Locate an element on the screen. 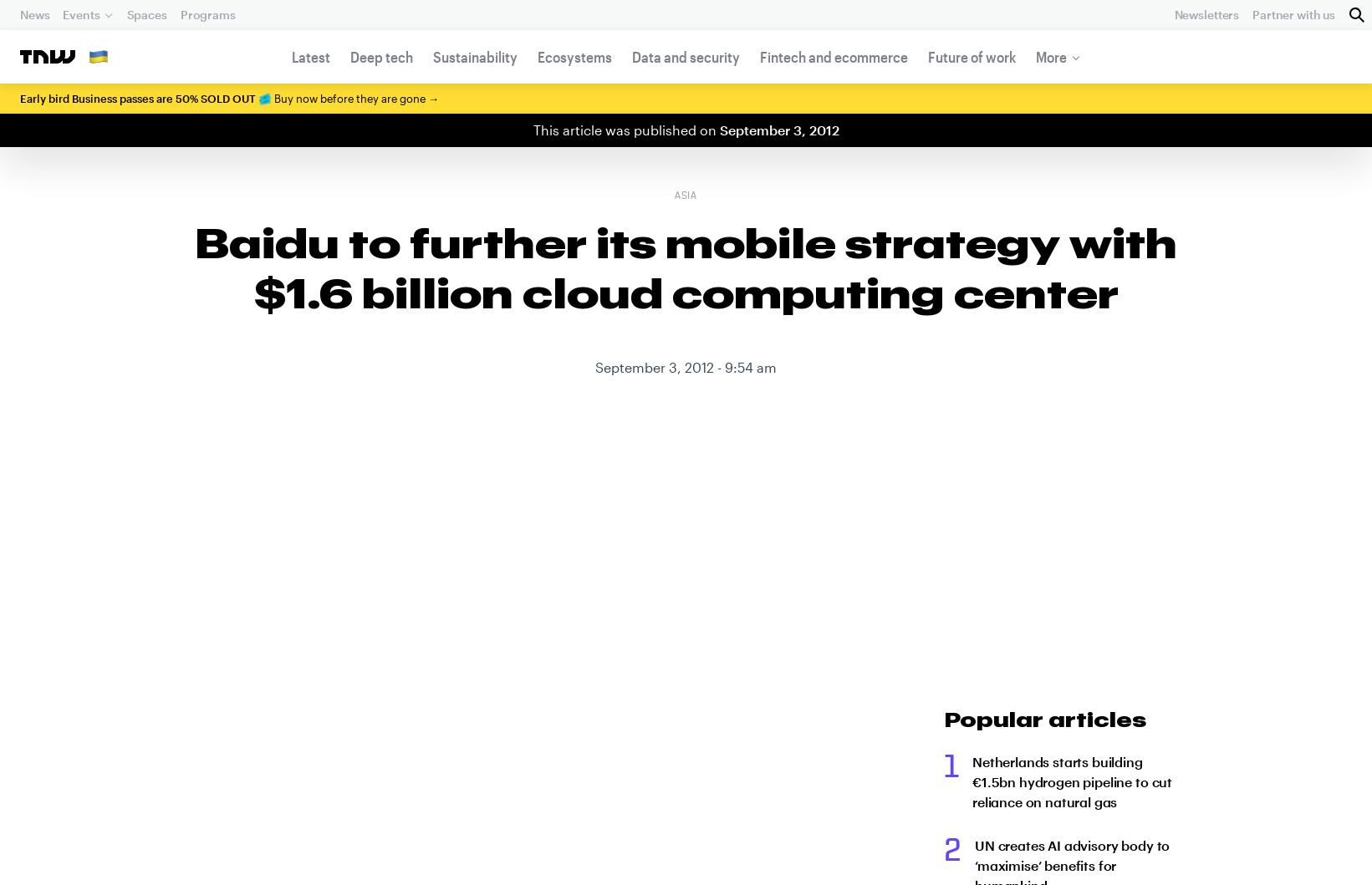 The height and width of the screenshot is (885, 1372). 'Programs' is located at coordinates (206, 14).